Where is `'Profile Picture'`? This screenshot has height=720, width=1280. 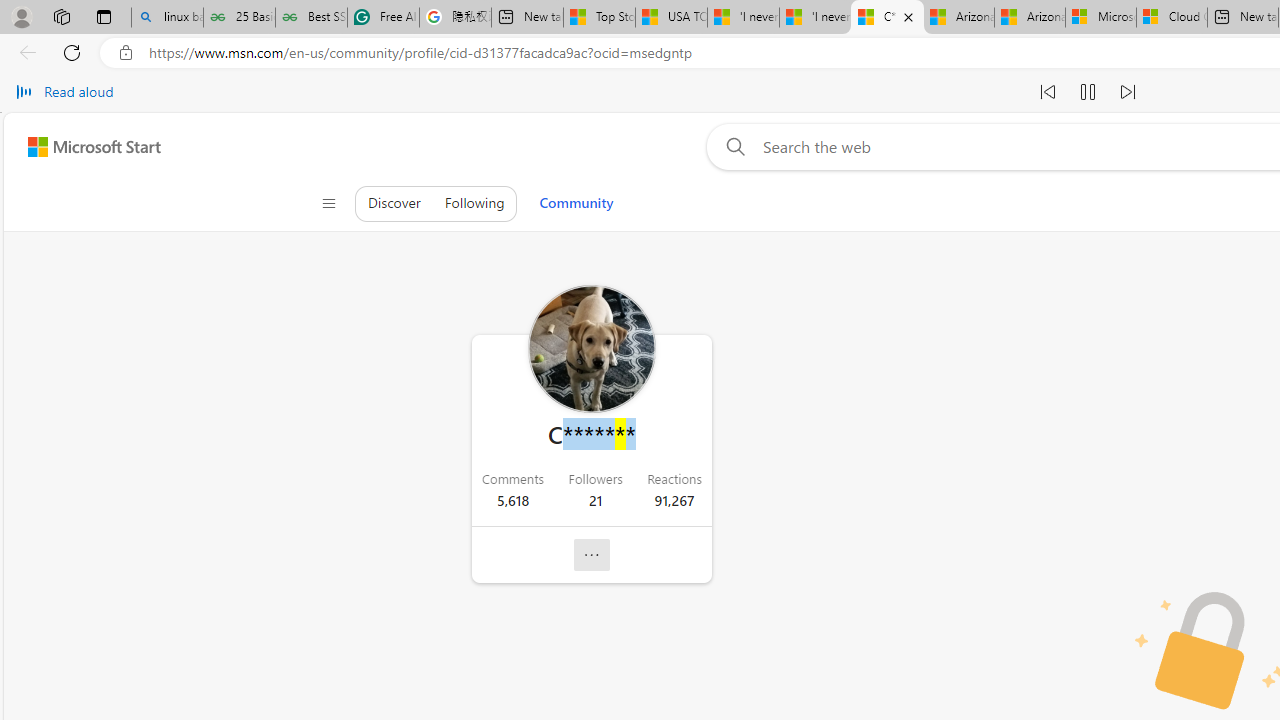
'Profile Picture' is located at coordinates (590, 348).